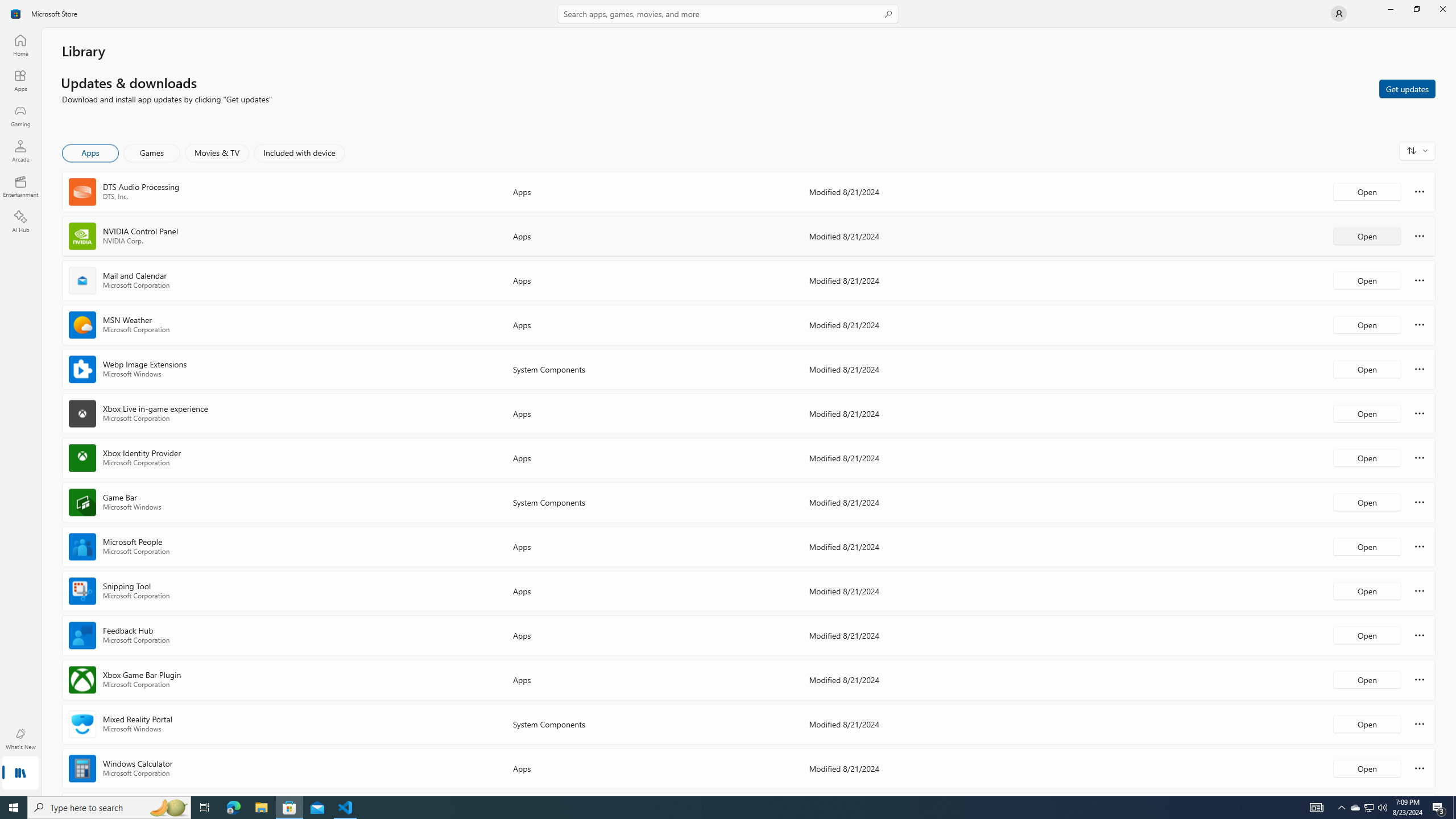 The width and height of the screenshot is (1456, 819). I want to click on 'Sort and filter', so click(1417, 150).